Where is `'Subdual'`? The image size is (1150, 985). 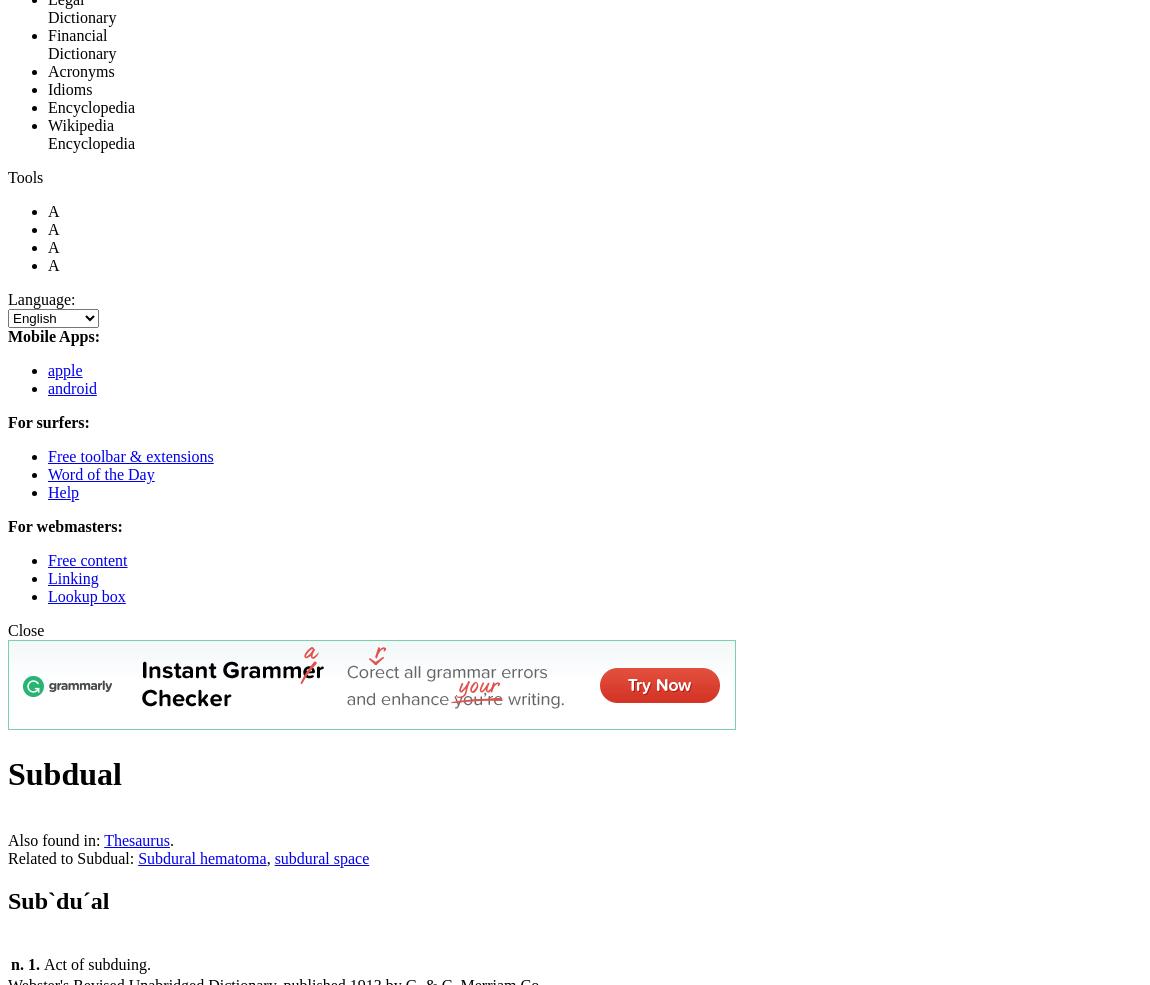 'Subdual' is located at coordinates (63, 773).